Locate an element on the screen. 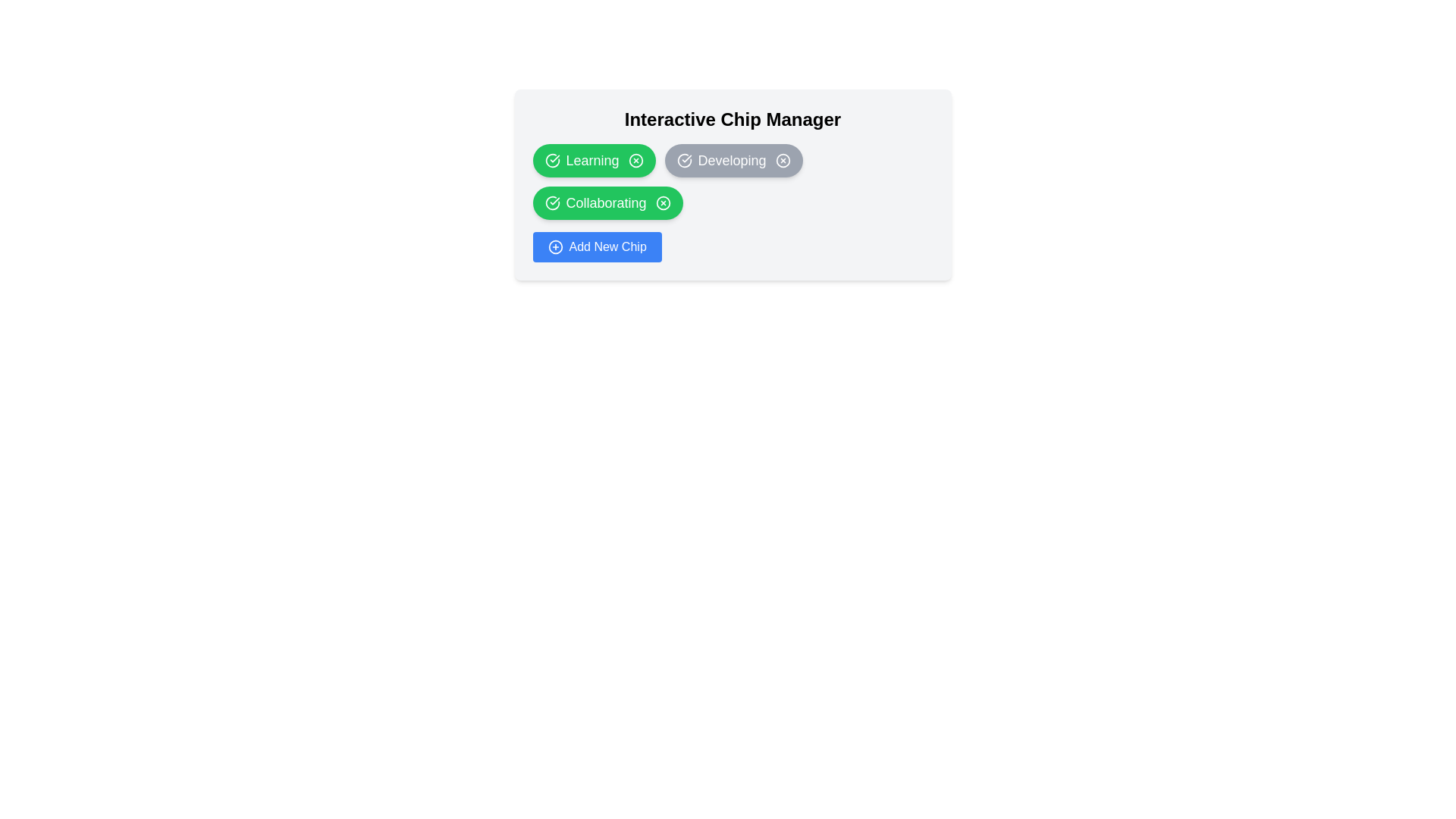 This screenshot has height=819, width=1456. the active/completed status icon located to the left of the 'Developing' text within the second chip from the top is located at coordinates (683, 161).